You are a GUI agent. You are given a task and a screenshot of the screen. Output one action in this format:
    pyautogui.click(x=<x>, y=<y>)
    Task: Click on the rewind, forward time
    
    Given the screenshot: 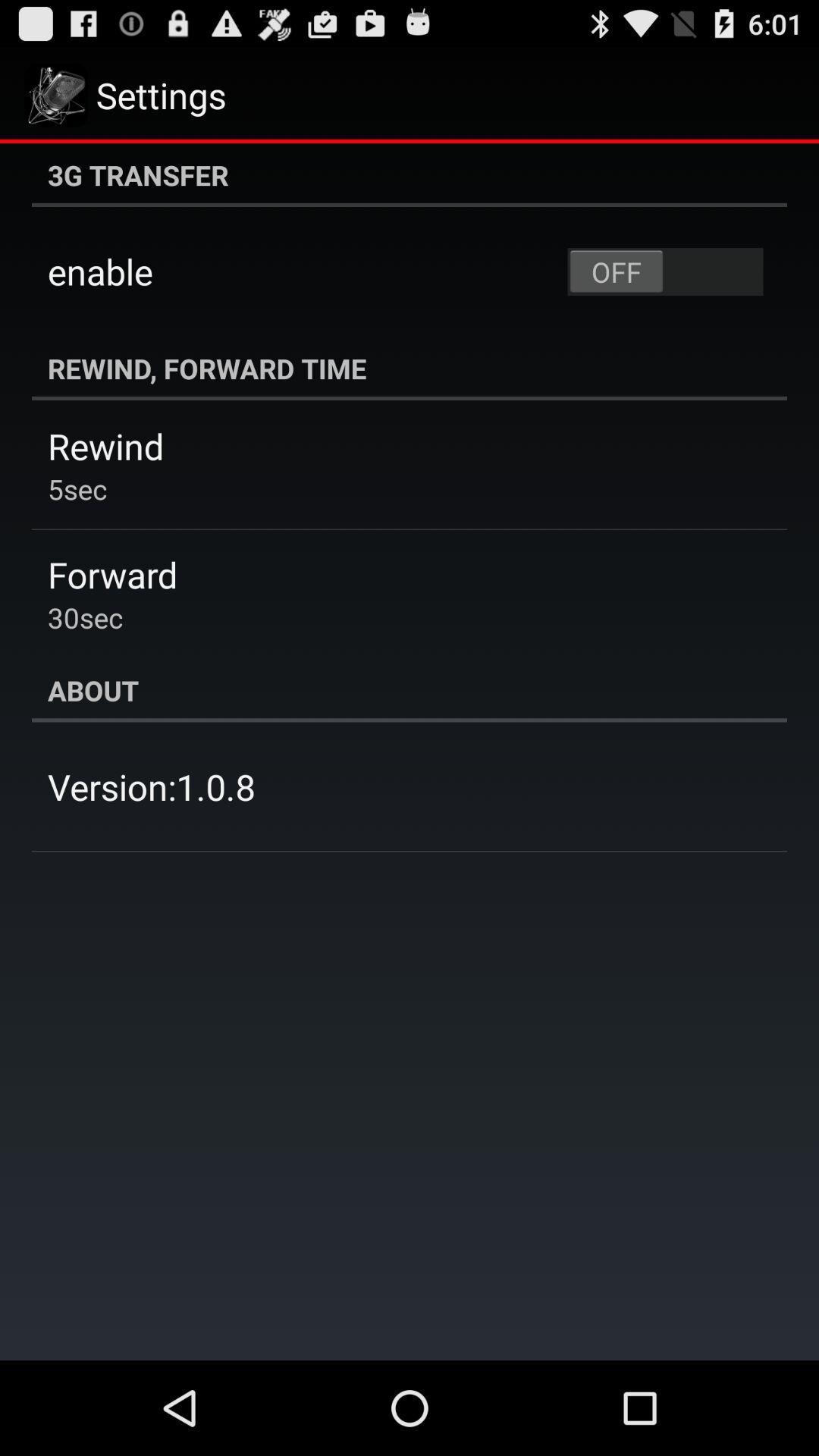 What is the action you would take?
    pyautogui.click(x=409, y=368)
    